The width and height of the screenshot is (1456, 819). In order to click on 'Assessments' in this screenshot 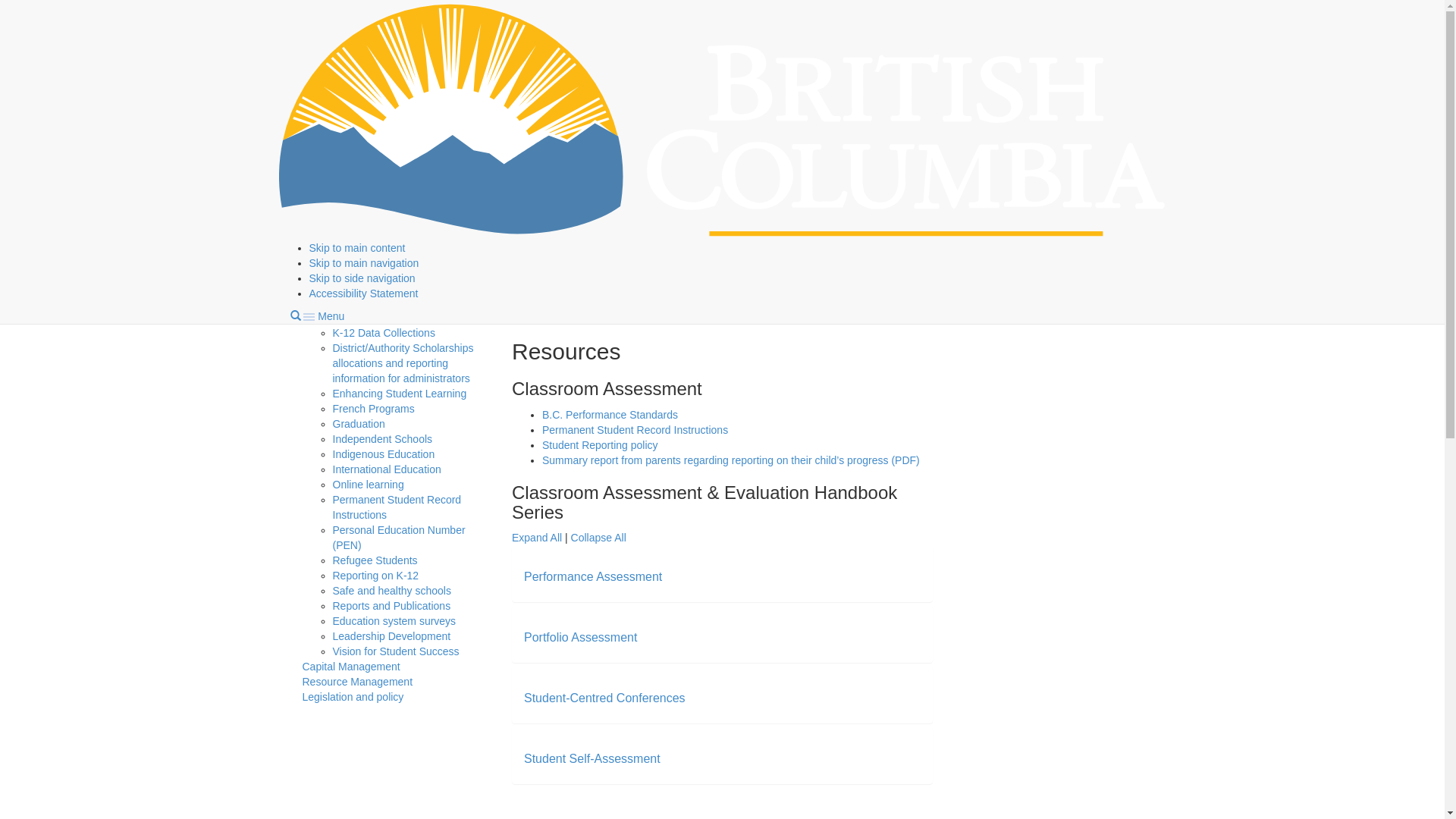, I will do `click(841, 14)`.